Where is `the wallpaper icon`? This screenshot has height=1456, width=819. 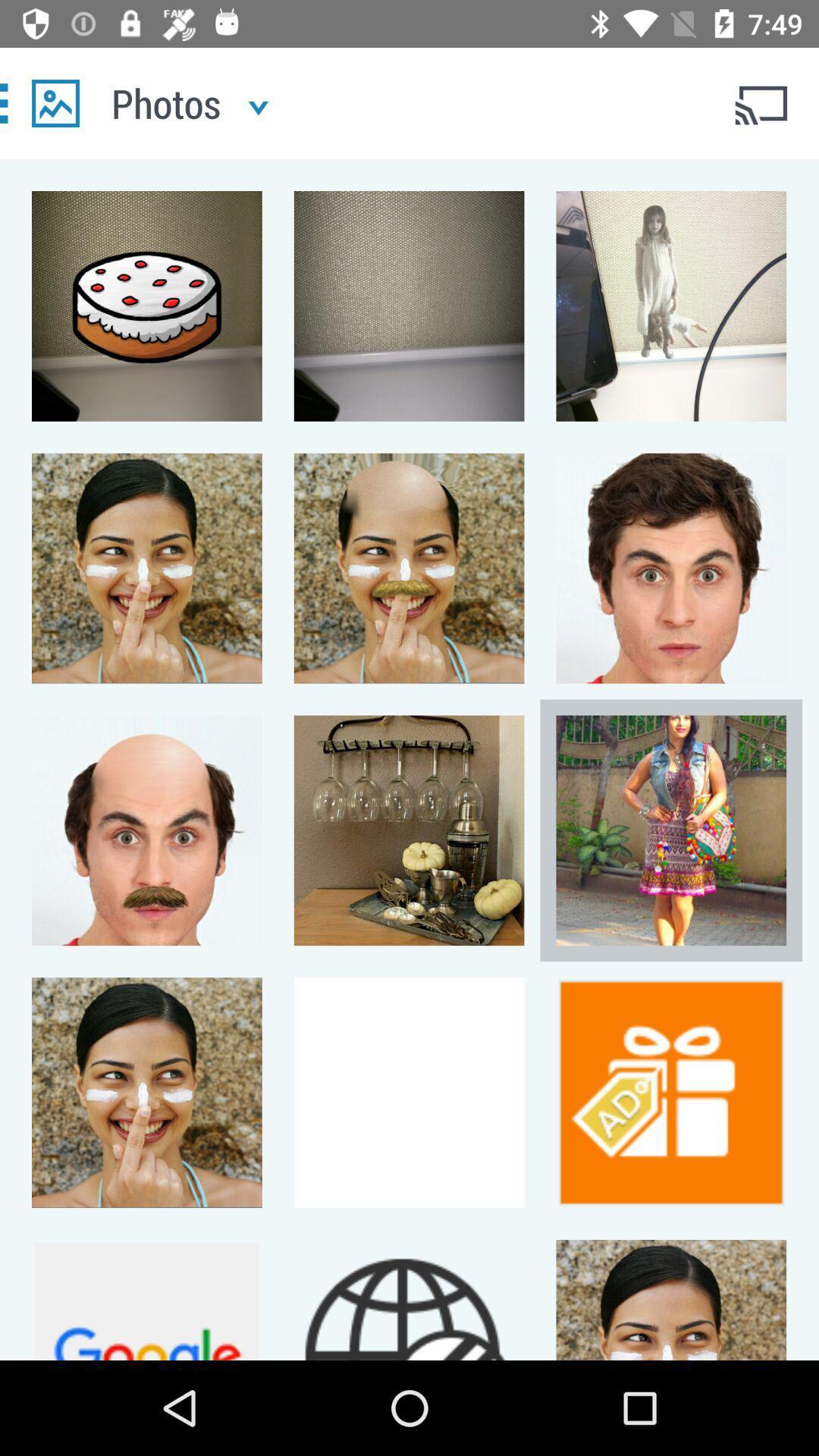
the wallpaper icon is located at coordinates (55, 102).